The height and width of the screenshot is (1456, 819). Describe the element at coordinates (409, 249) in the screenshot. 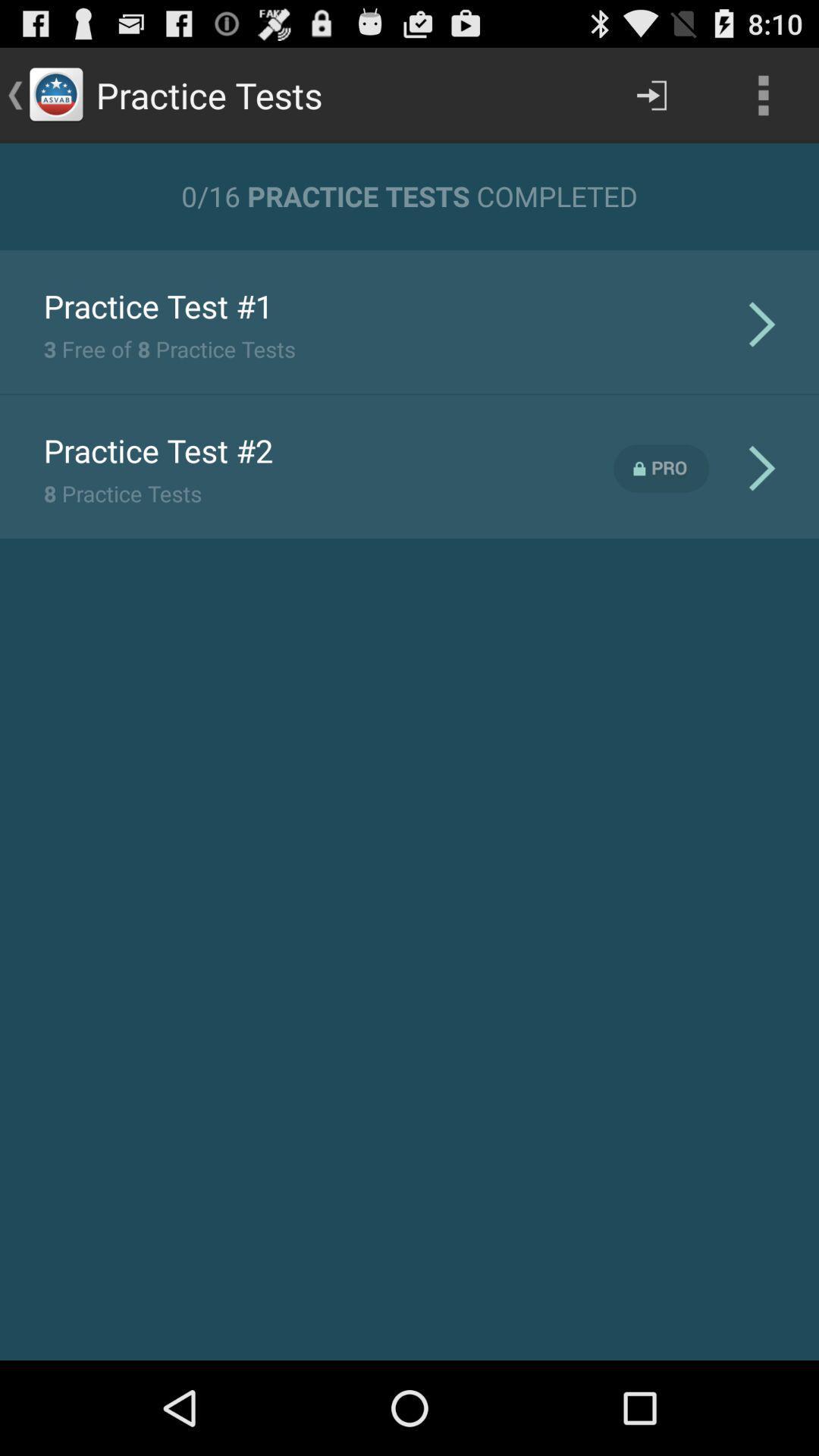

I see `app below 0 16 practice icon` at that location.